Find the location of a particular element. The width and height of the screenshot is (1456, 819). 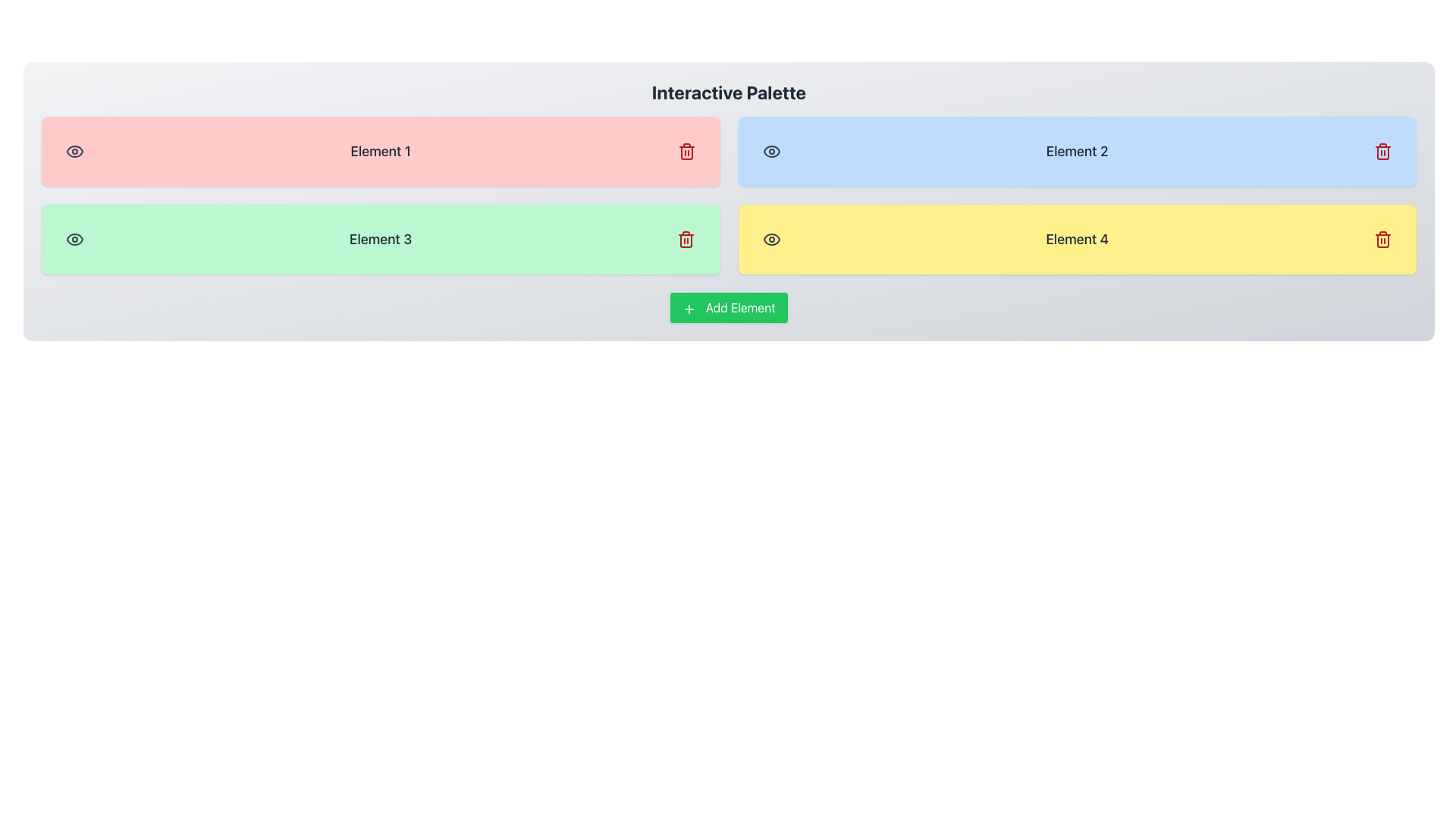

the red trash bin icon located within the rectangular box labeled 'Element 1' is located at coordinates (686, 152).